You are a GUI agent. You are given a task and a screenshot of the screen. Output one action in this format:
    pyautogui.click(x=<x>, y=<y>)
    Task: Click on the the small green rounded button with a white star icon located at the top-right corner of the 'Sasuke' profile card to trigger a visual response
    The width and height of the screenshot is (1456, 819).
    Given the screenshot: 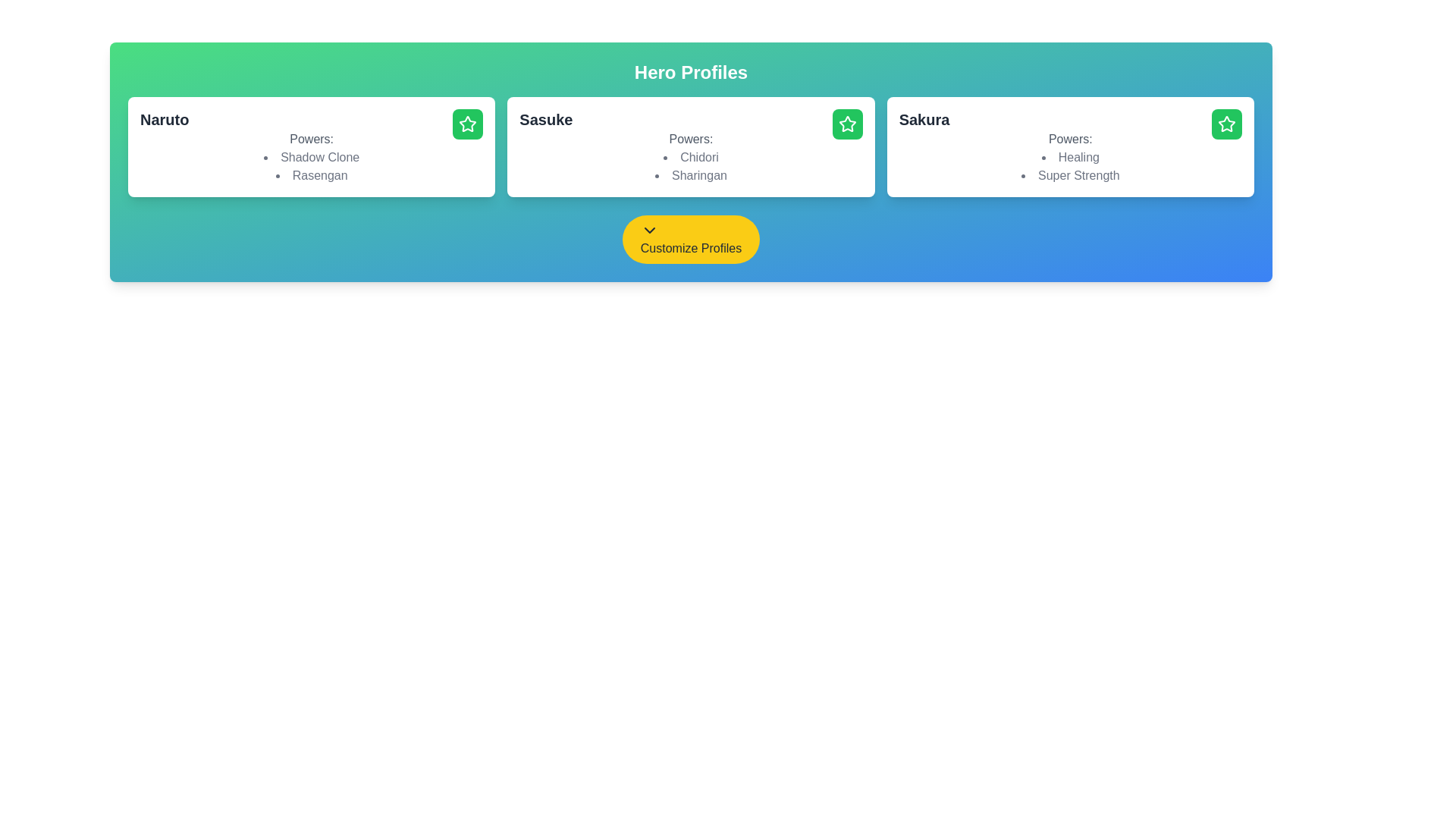 What is the action you would take?
    pyautogui.click(x=846, y=124)
    